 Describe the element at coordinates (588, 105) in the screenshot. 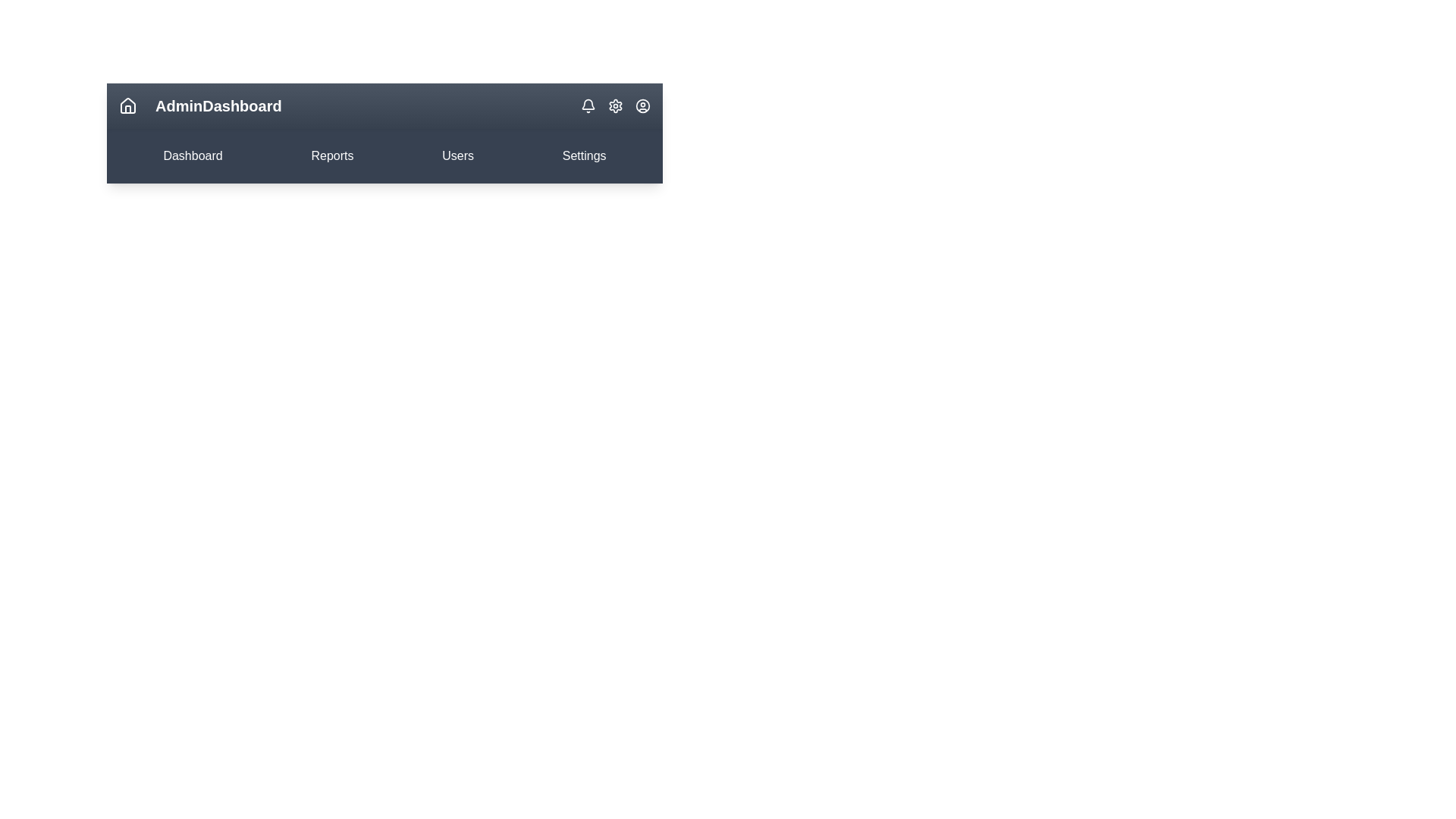

I see `the bell icon to view notifications` at that location.